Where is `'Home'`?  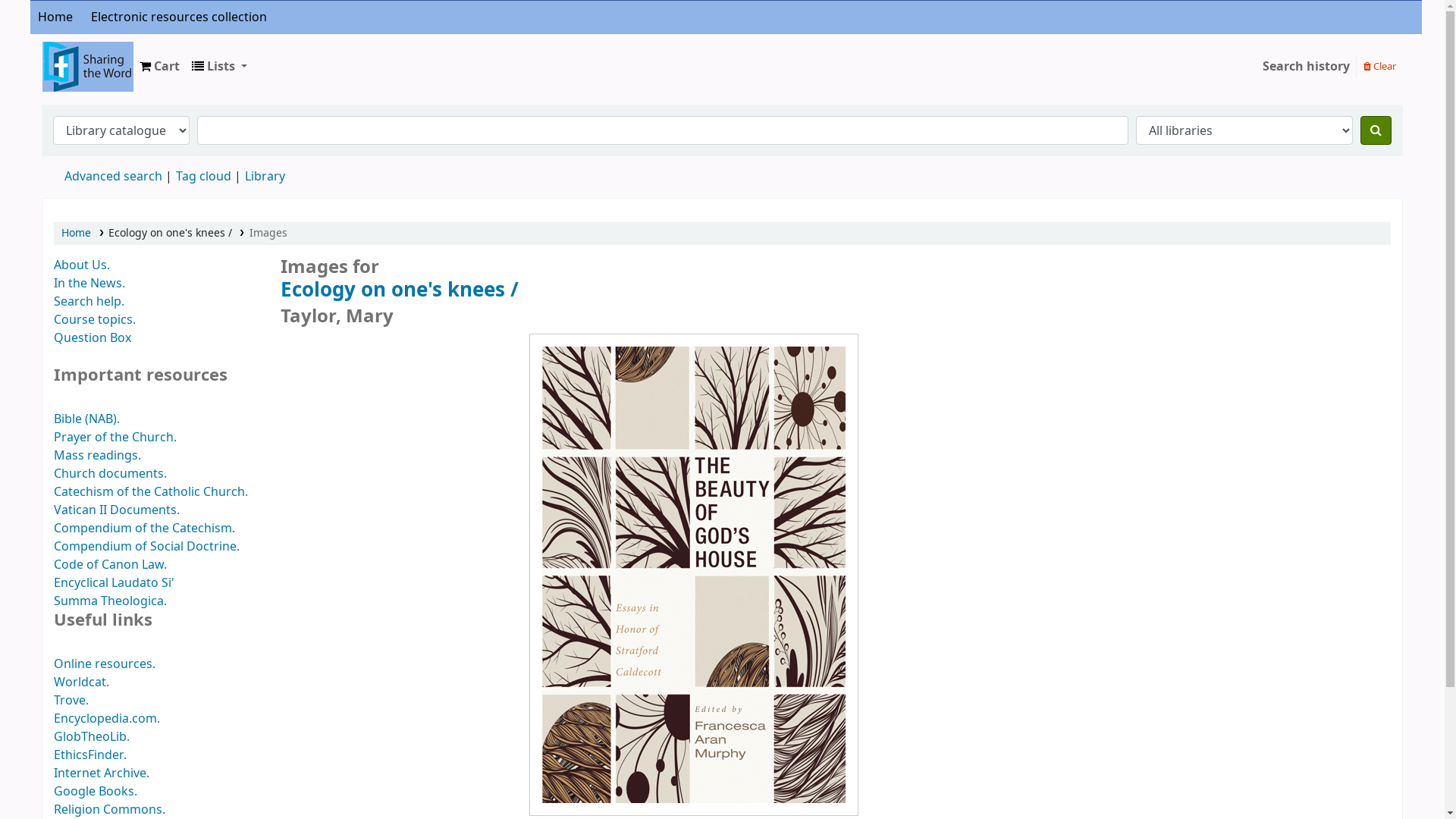 'Home' is located at coordinates (75, 233).